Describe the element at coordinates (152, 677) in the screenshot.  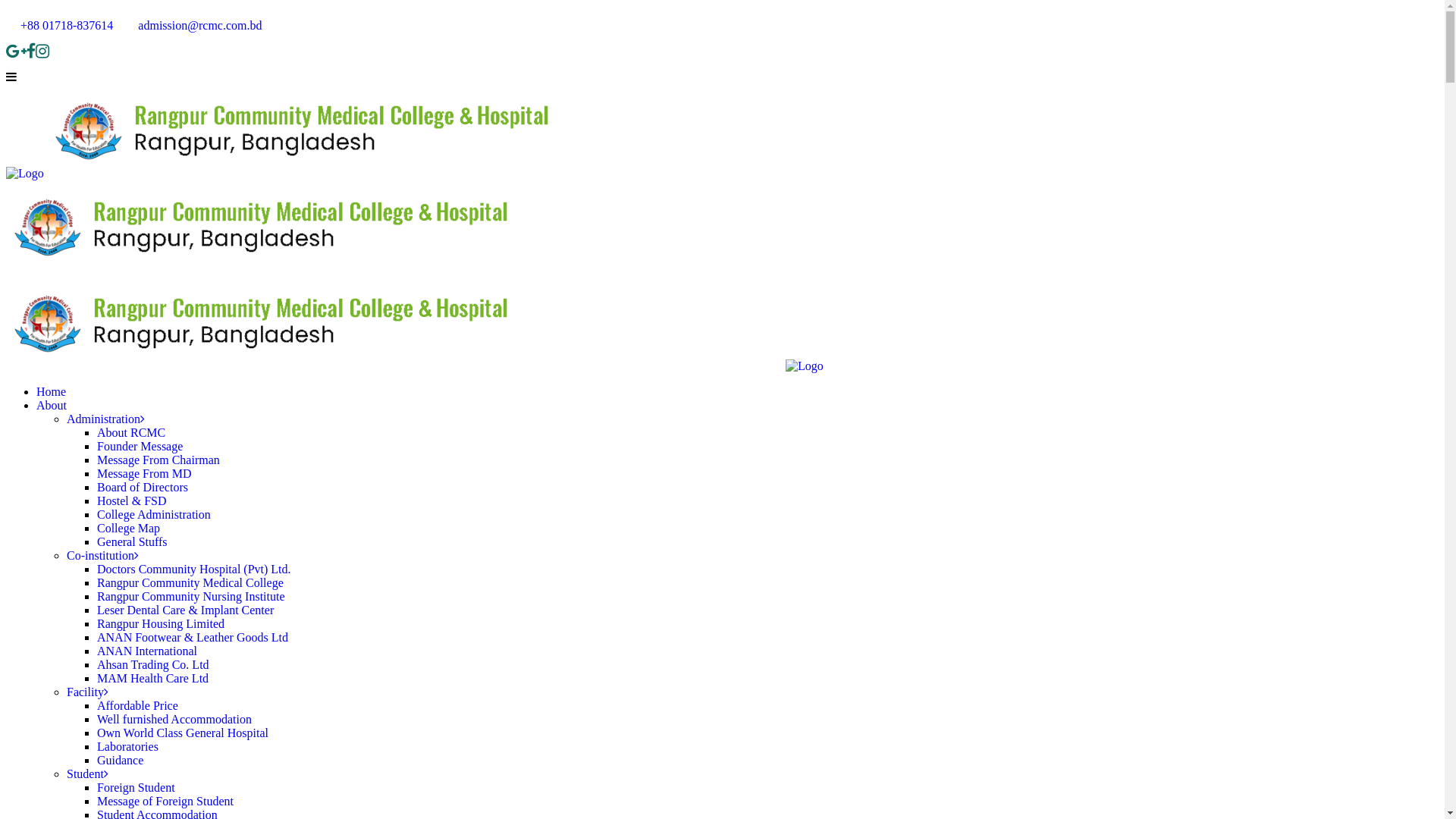
I see `'MAM Health Care Ltd'` at that location.